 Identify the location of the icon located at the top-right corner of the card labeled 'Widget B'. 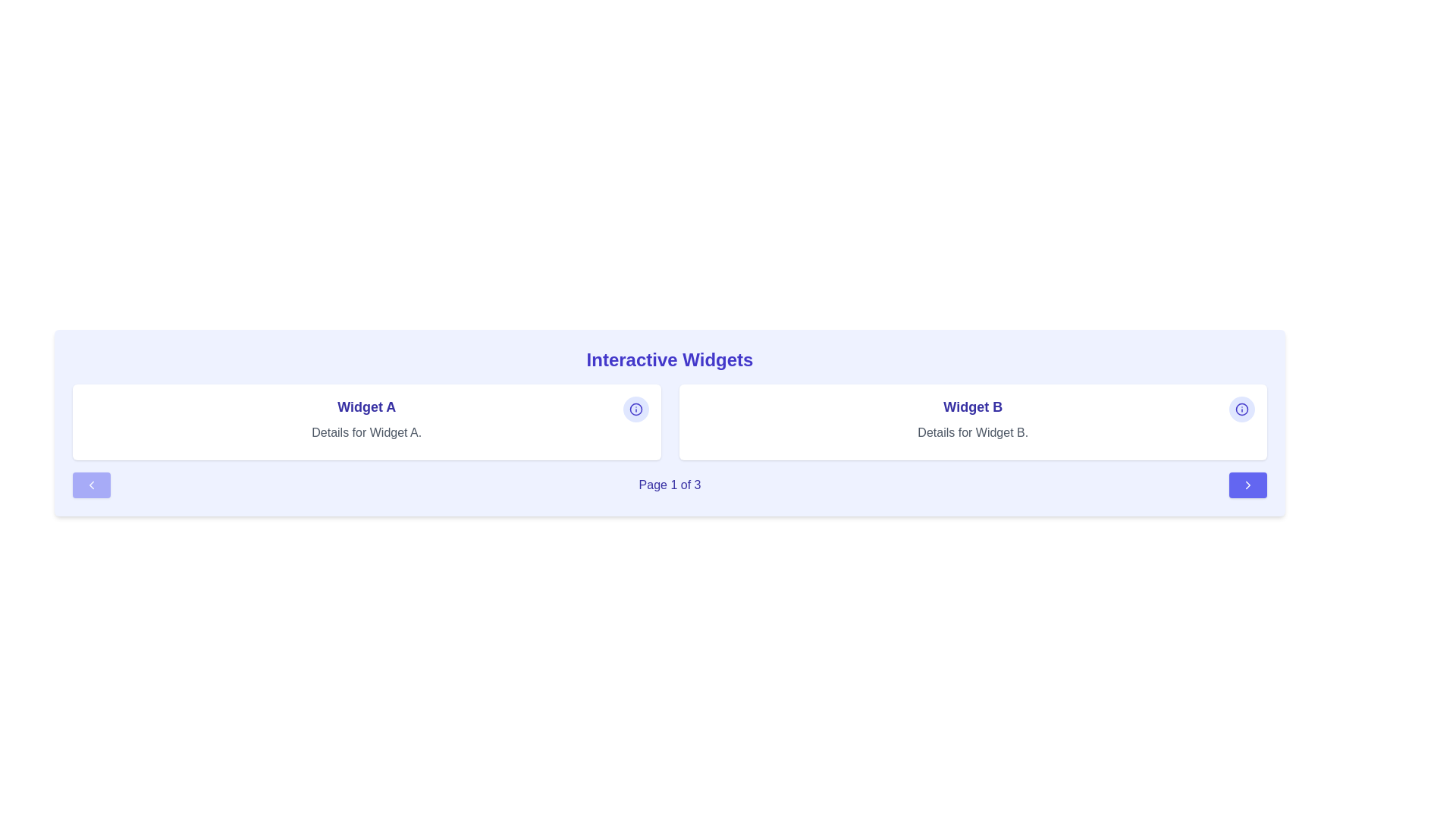
(635, 409).